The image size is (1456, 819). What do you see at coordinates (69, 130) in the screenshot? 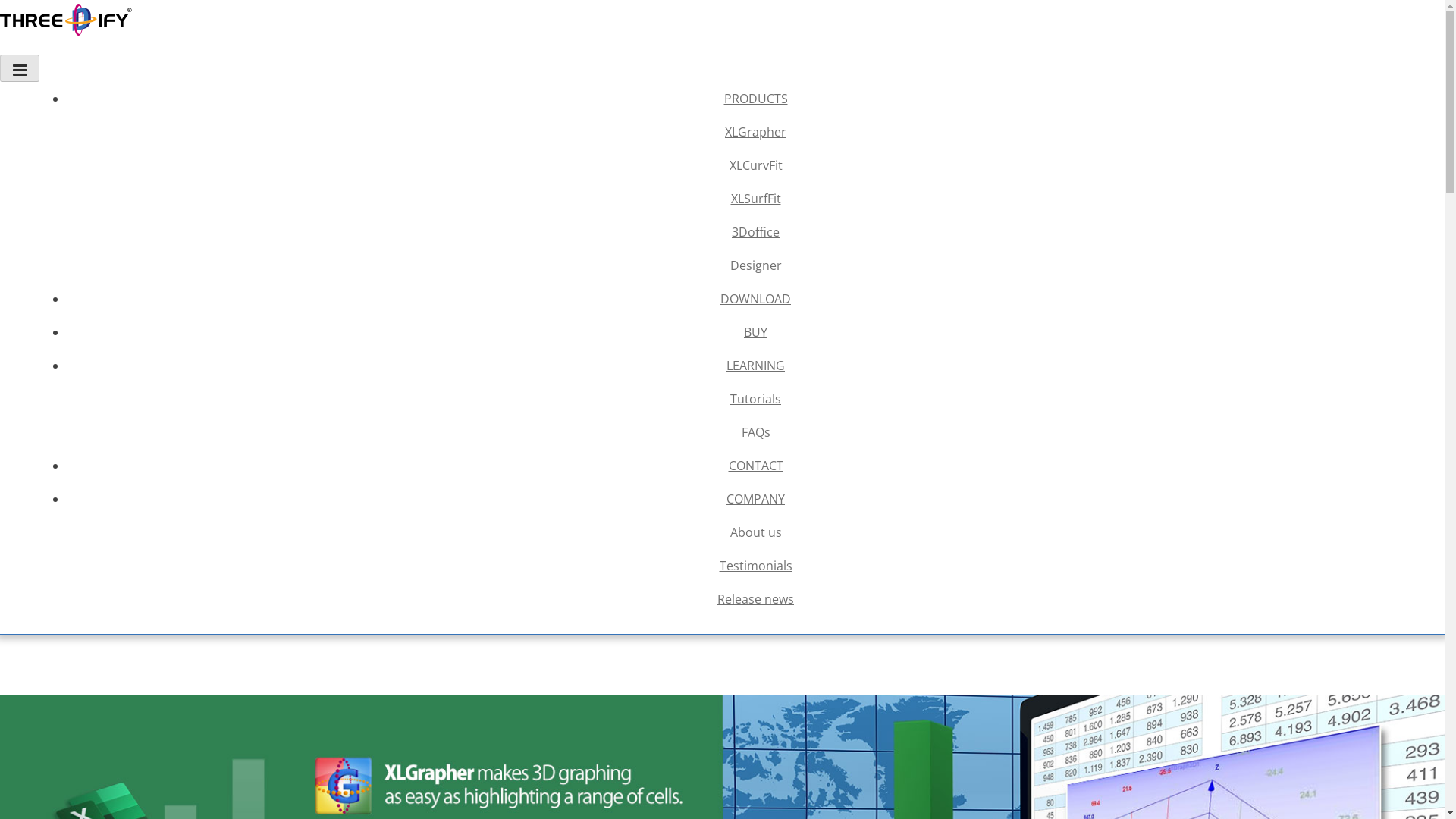
I see `'XLGrapher'` at bounding box center [69, 130].